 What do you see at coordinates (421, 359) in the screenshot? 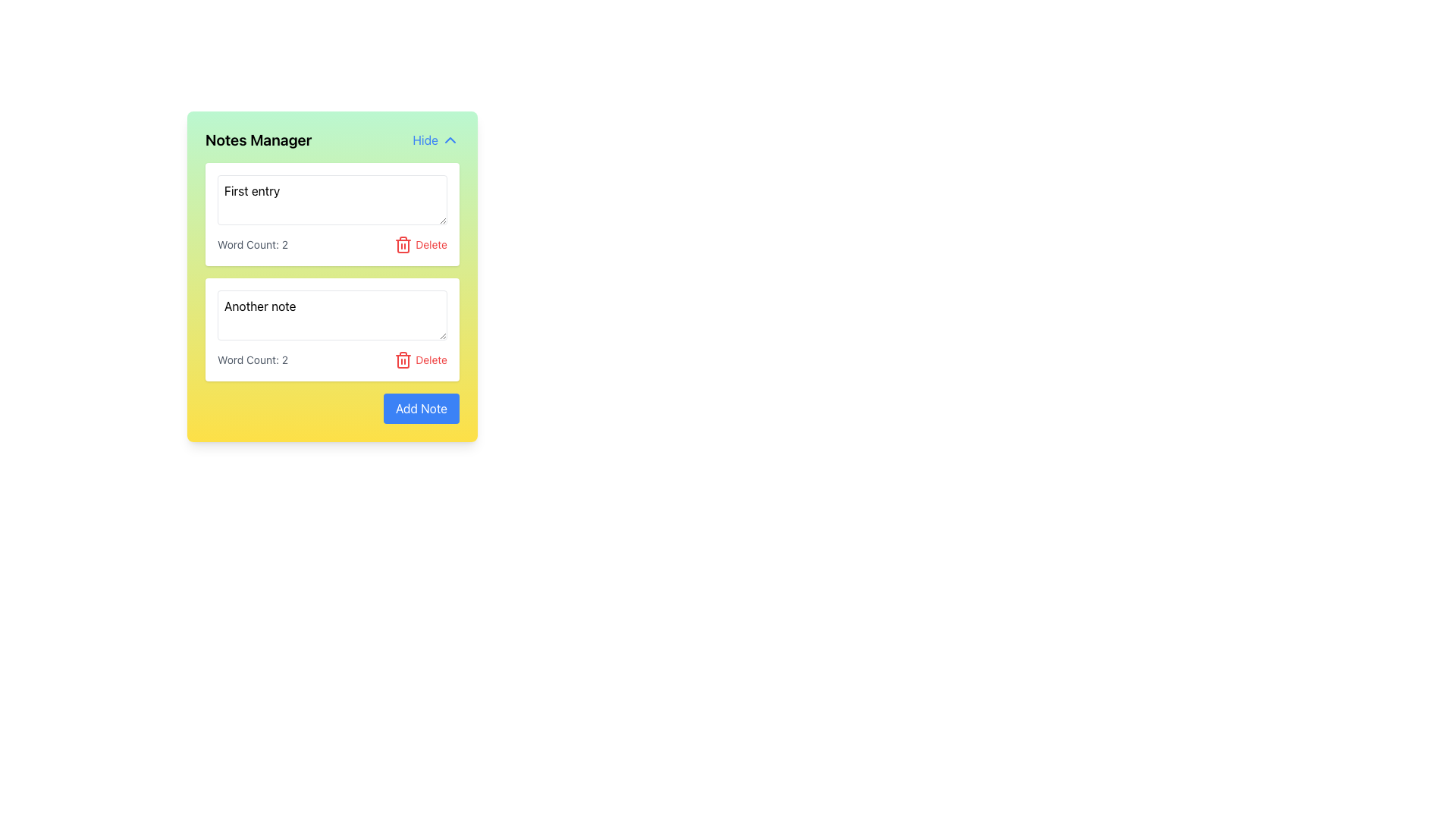
I see `the second 'Delete' button, which consists of a trash bin icon and the text 'Delete' in red font, located to the right of the 'Word Count: 2' label in the note management panel` at bounding box center [421, 359].